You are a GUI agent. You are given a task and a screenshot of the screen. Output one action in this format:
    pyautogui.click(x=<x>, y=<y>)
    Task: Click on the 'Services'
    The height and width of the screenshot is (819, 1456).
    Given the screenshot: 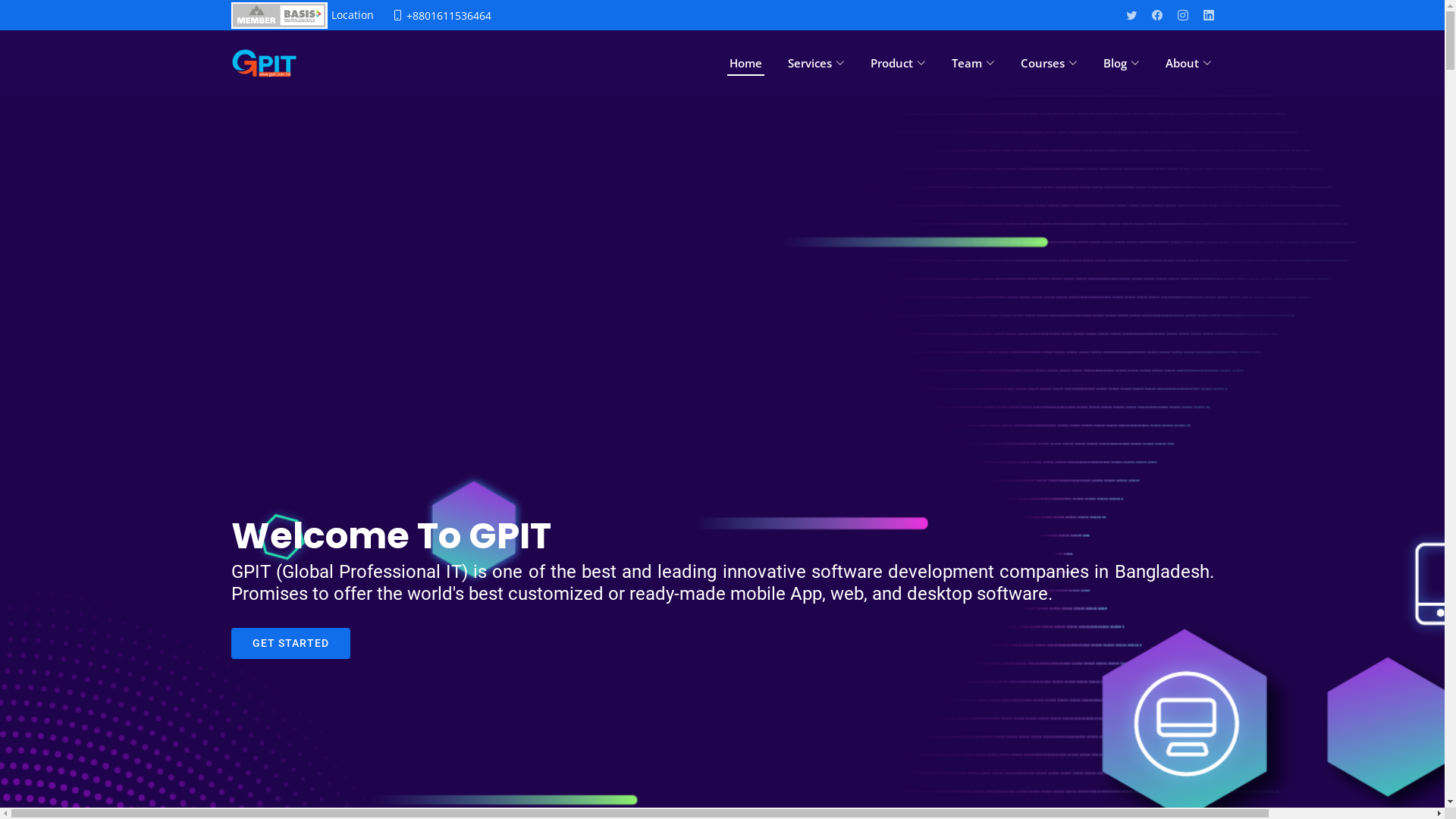 What is the action you would take?
    pyautogui.click(x=786, y=62)
    